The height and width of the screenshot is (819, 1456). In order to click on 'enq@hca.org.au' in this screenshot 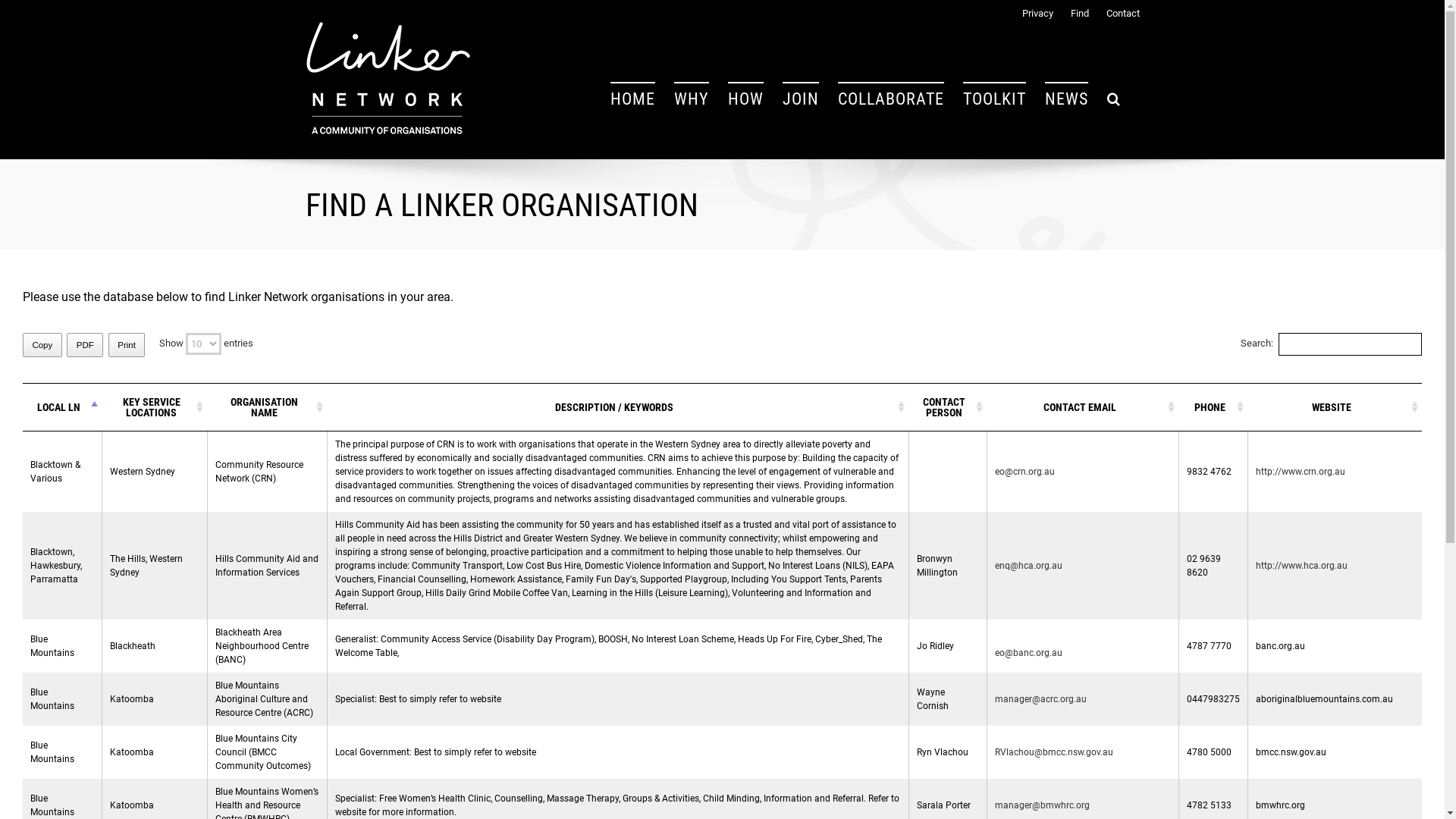, I will do `click(1028, 565)`.